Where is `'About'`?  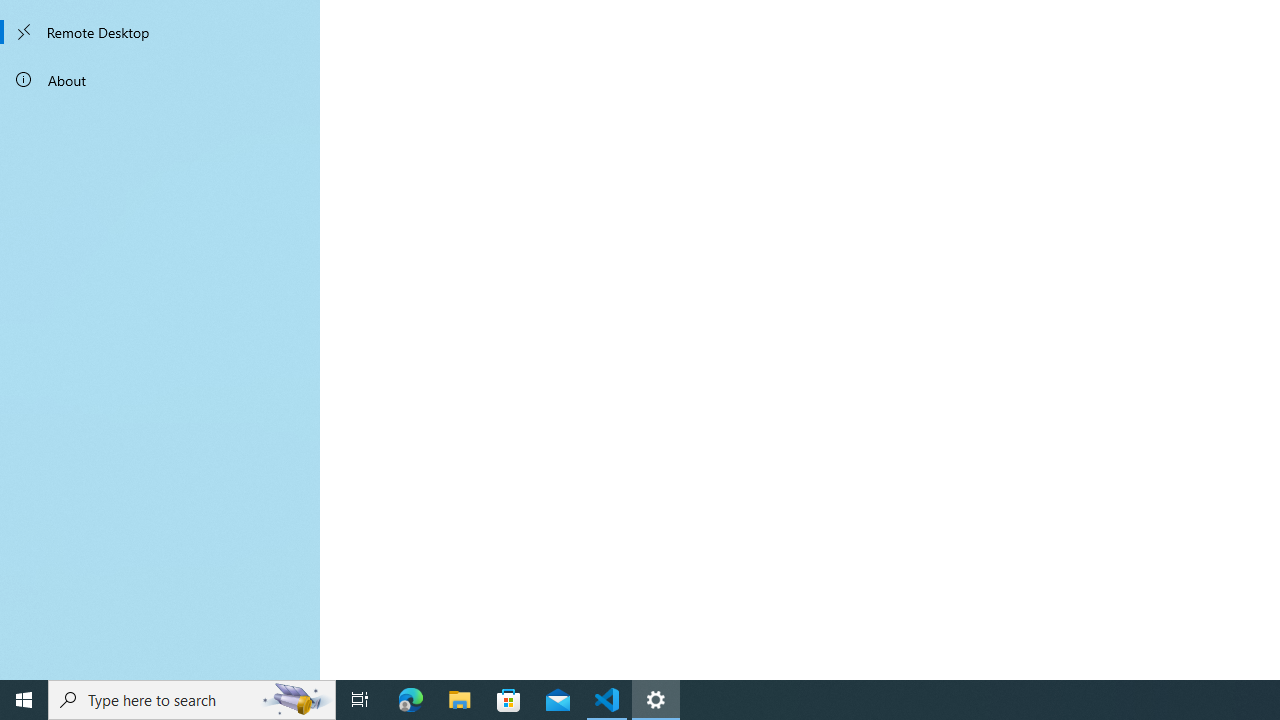
'About' is located at coordinates (160, 78).